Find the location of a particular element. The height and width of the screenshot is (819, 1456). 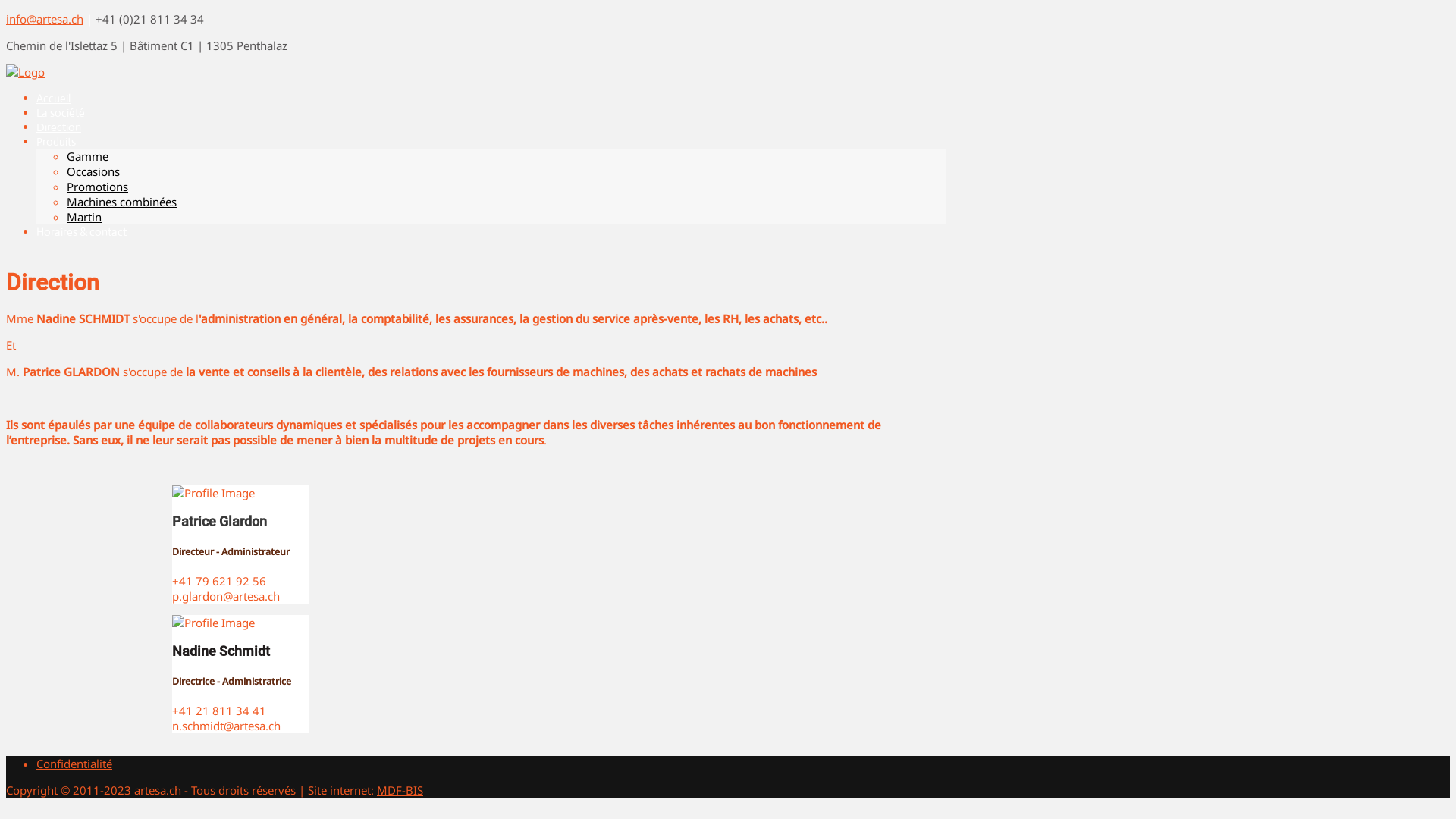

'Produits' is located at coordinates (36, 141).